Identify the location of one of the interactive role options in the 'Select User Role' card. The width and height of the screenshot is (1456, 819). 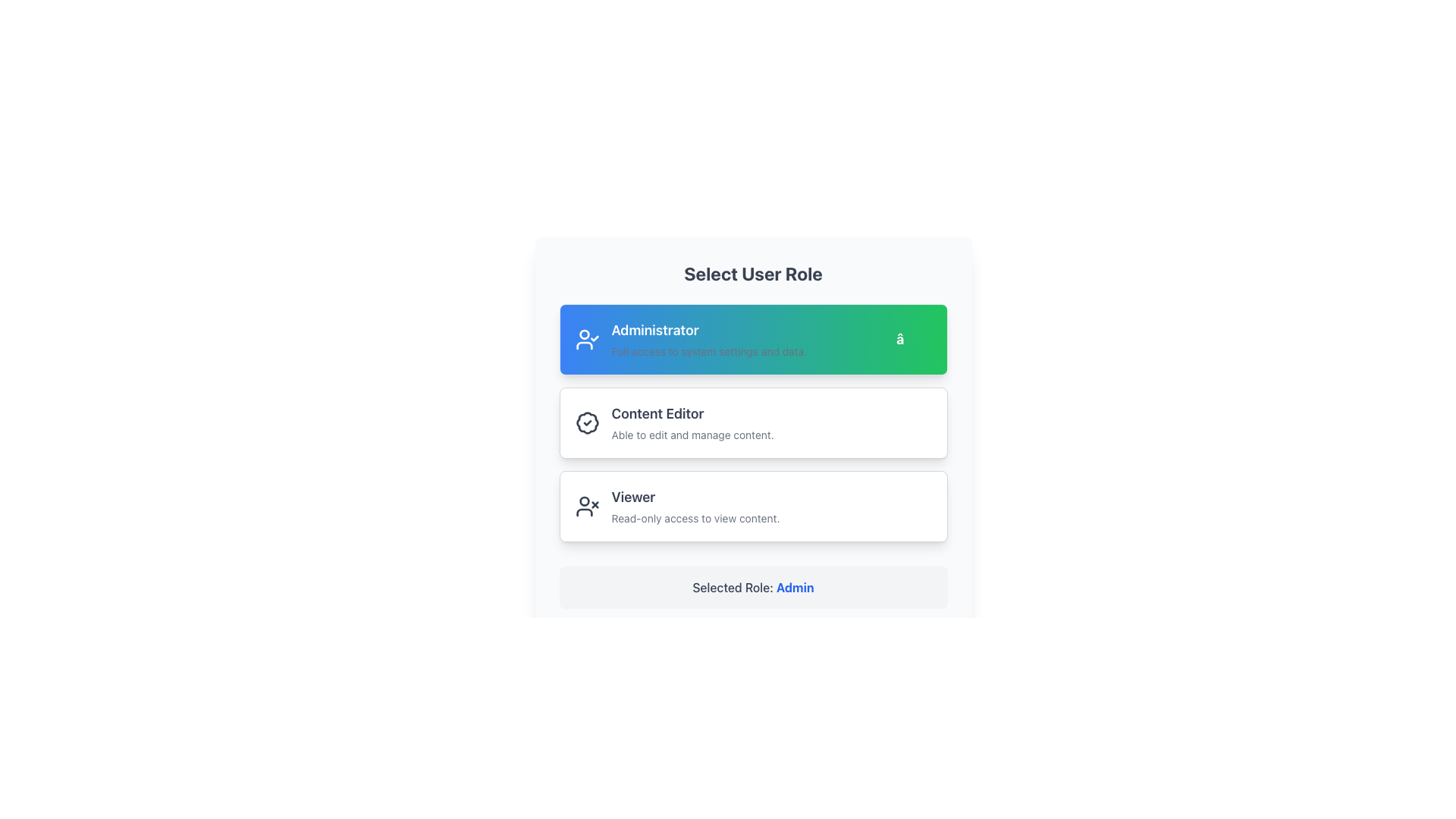
(753, 435).